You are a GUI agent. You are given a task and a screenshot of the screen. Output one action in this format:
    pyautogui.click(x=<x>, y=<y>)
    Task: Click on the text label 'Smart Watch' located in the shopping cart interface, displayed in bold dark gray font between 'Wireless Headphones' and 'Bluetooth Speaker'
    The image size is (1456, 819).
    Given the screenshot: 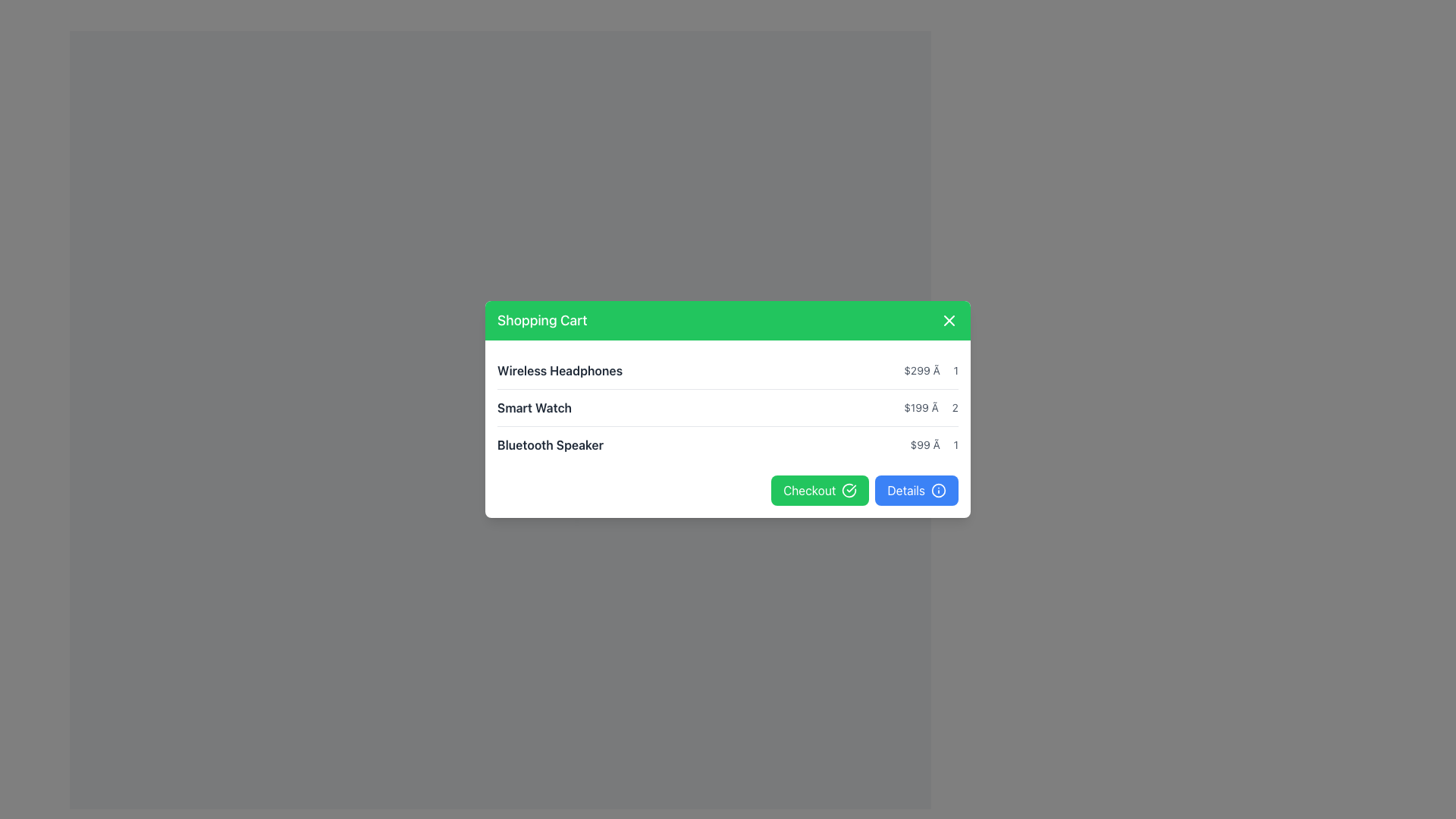 What is the action you would take?
    pyautogui.click(x=535, y=406)
    